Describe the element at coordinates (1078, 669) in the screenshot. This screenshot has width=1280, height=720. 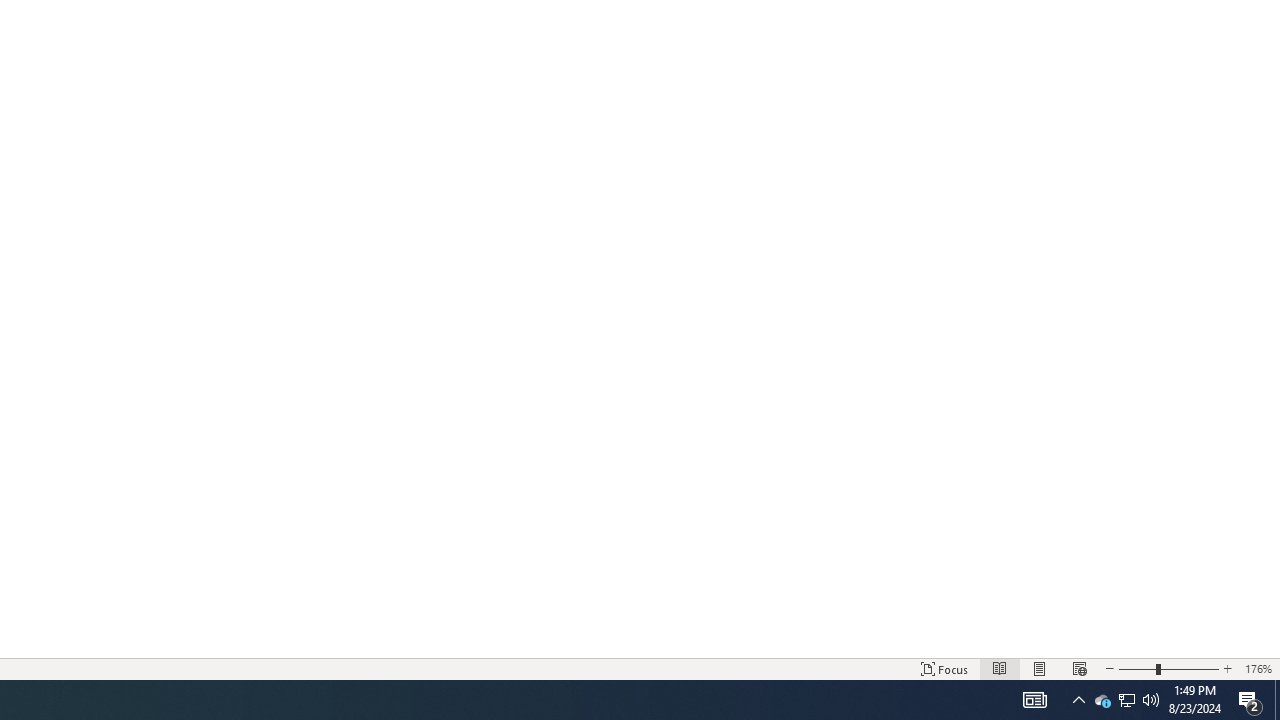
I see `'Web Layout'` at that location.